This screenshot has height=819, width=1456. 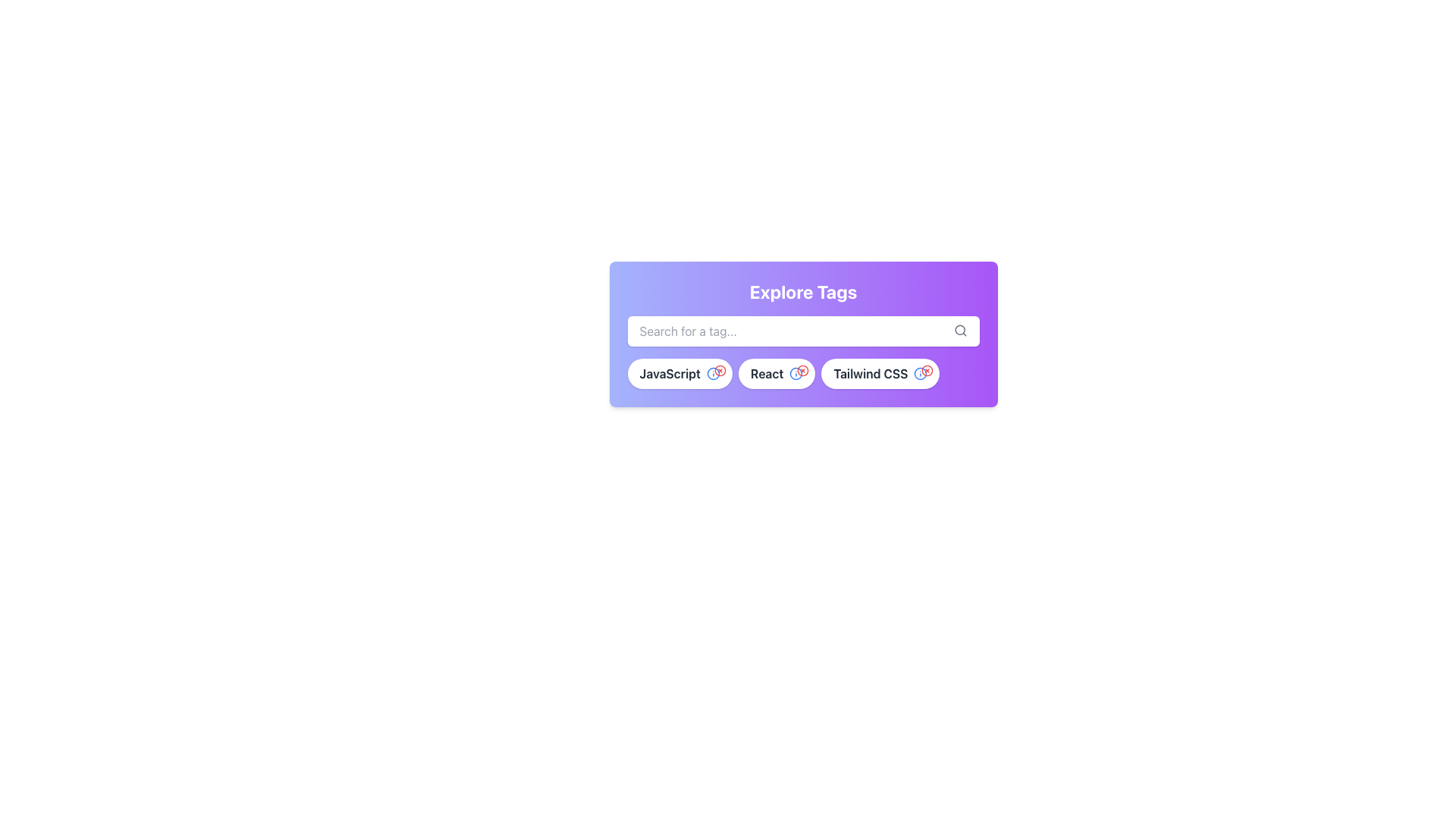 I want to click on the circular outline that is part of the small icon with a cross mark, located within the 'JavaScript' button in the 'Explore Tags' section, so click(x=720, y=371).